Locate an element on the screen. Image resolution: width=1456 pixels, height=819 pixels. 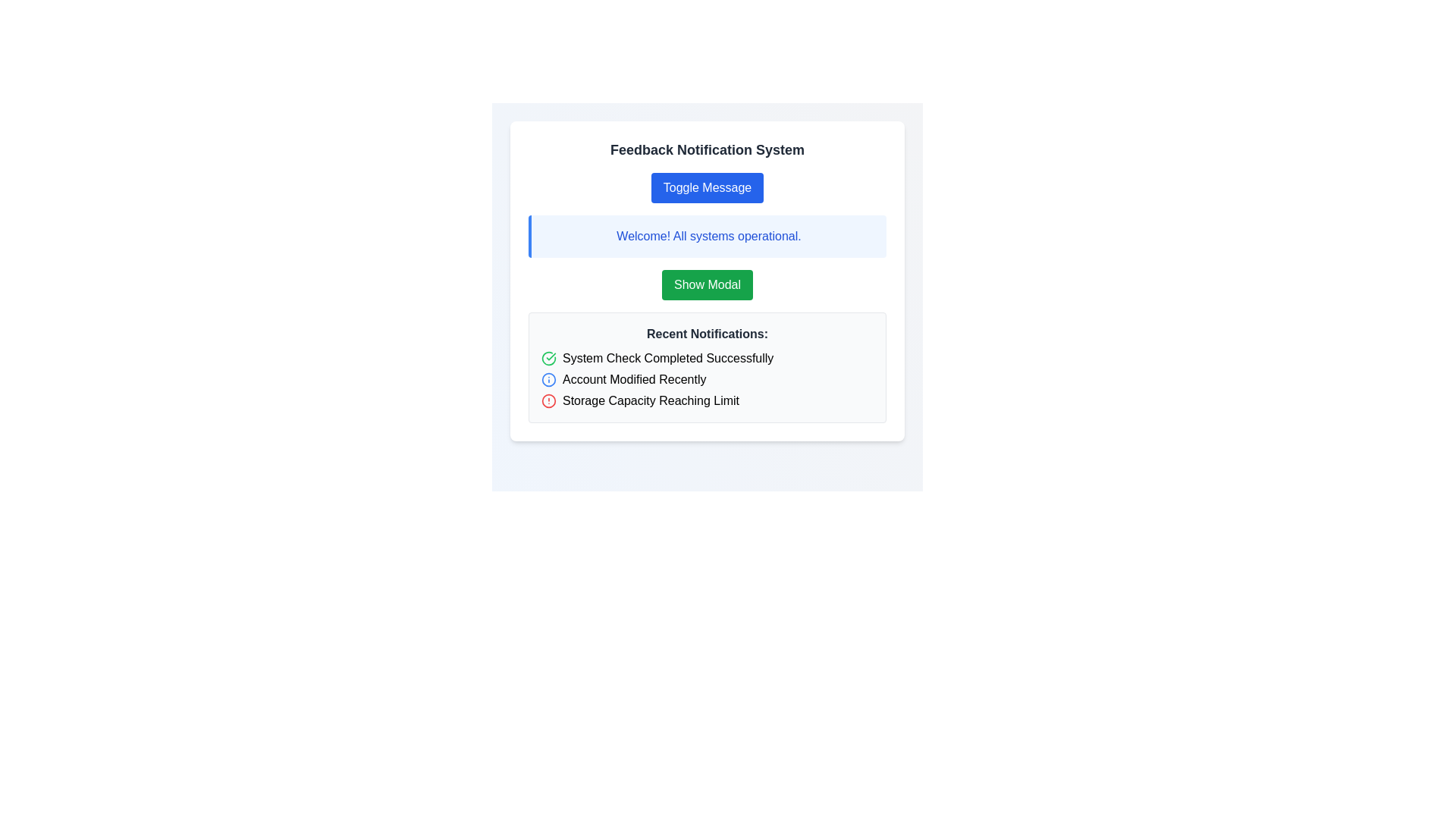
the circular SVG element that has a blue hue and a hollow interior, located to the left of the text content in the interface is located at coordinates (548, 379).